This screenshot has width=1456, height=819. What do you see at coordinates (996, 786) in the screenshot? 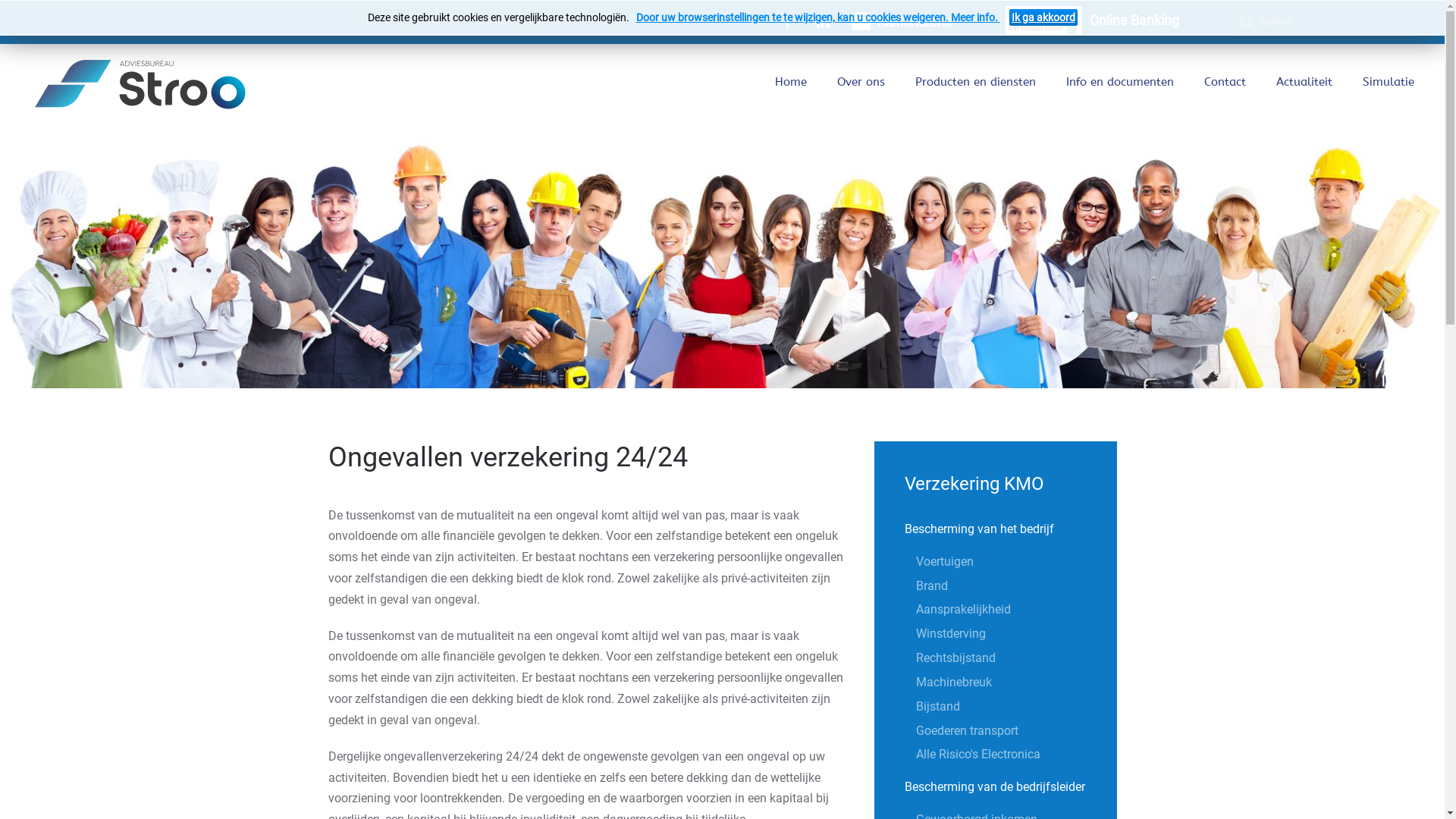
I see `'Bescherming van de bedrijfsleider'` at bounding box center [996, 786].